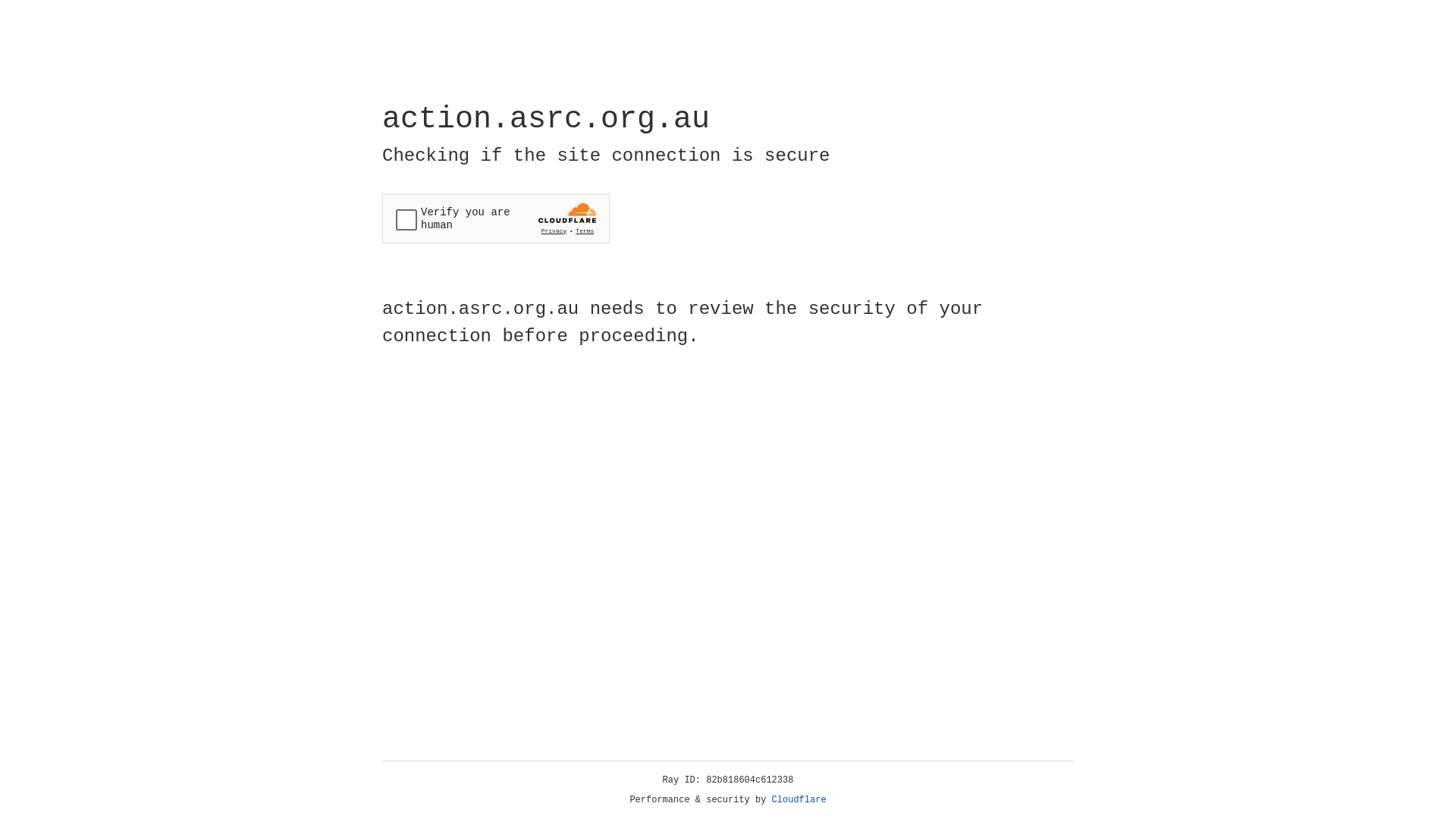 The height and width of the screenshot is (819, 1456). I want to click on 'Cloudflare', so click(799, 799).